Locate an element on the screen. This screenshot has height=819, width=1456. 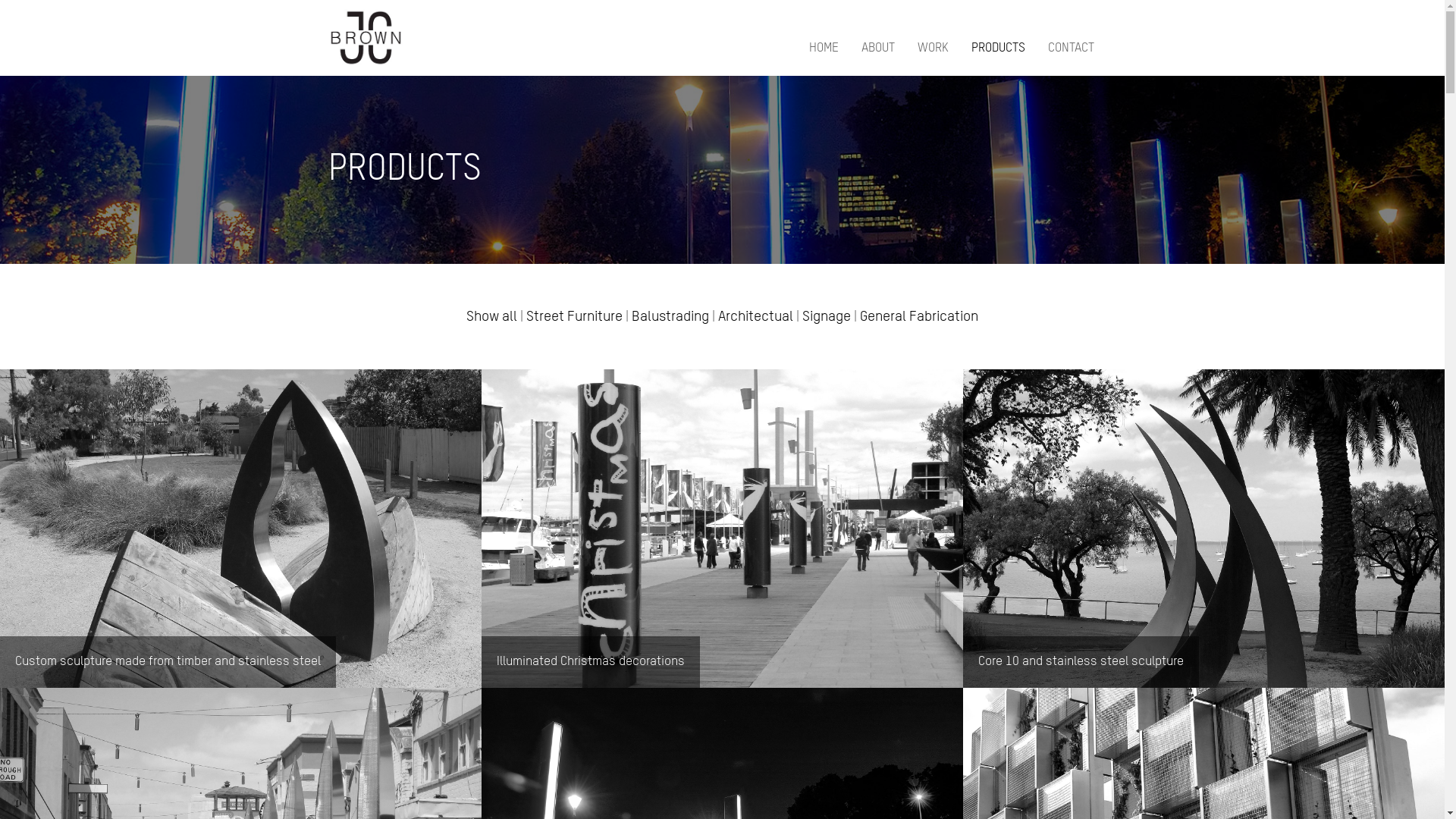
'General Fabrication' is located at coordinates (918, 315).